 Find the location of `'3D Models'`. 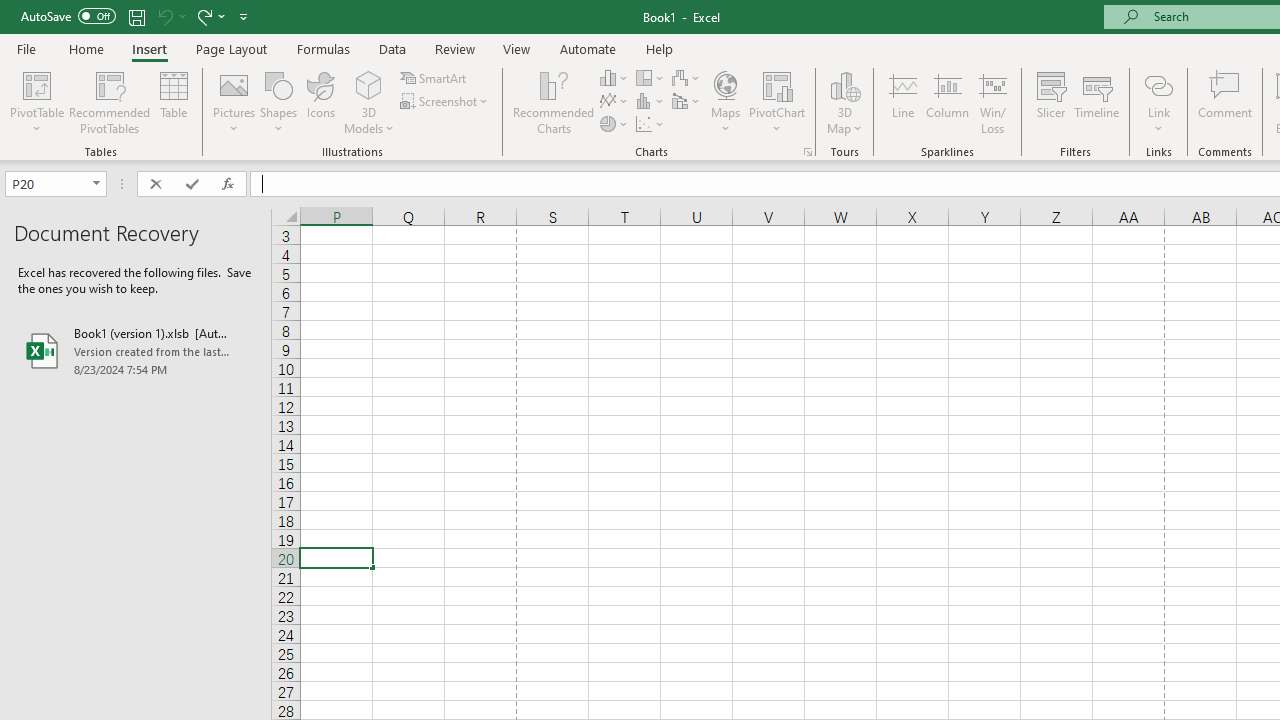

'3D Models' is located at coordinates (369, 84).